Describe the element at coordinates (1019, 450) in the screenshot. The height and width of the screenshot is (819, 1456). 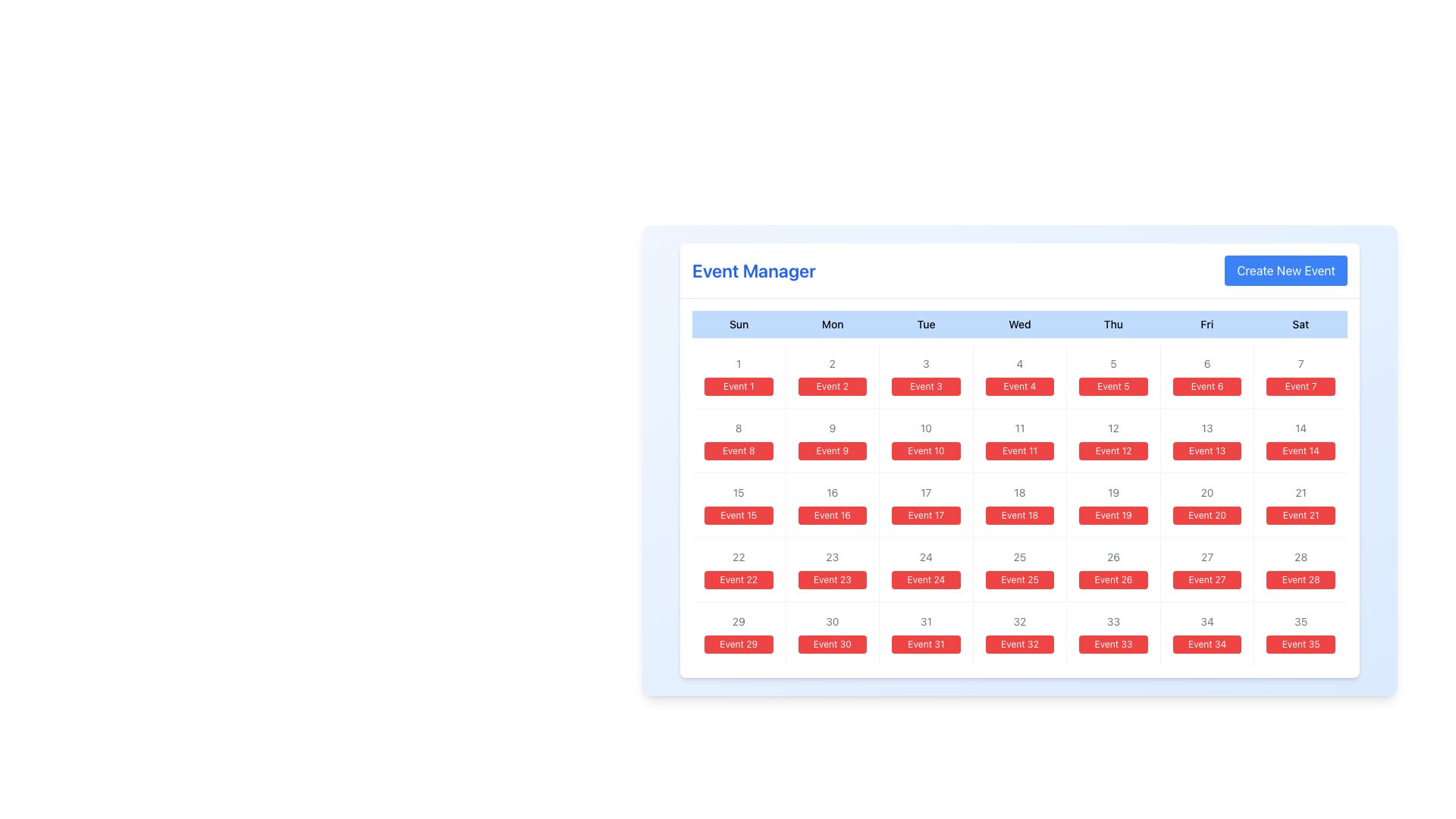
I see `the non-interactive button labeled 'Event 11' located in the calendar grid below the 'Wed' header` at that location.